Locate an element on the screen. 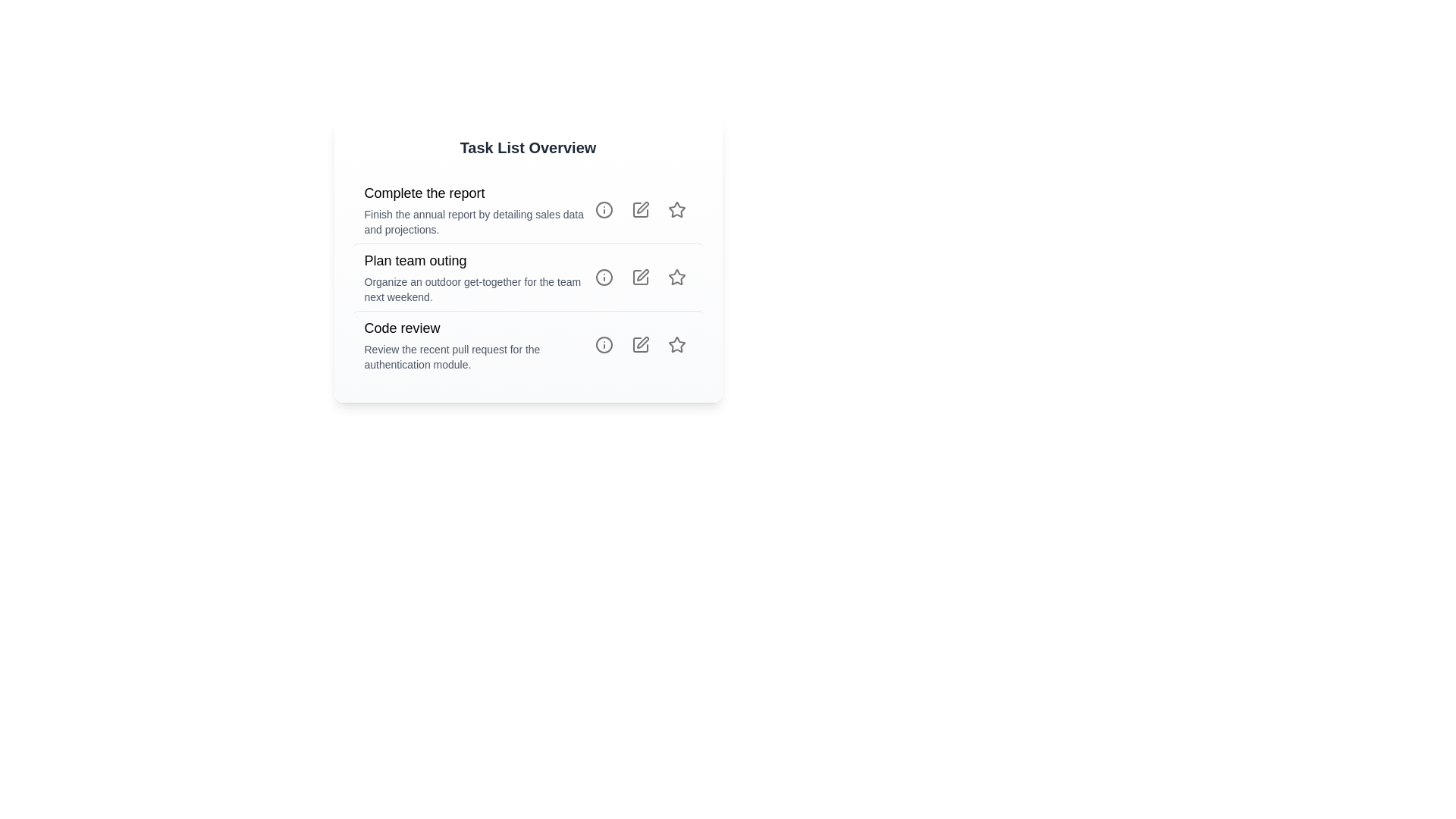 This screenshot has height=819, width=1456. the clickable icon representing an edit action, which is styled with a pen and square motif, located in the horizontal action bar to the right of the task entry for 'Complete the report' is located at coordinates (642, 207).